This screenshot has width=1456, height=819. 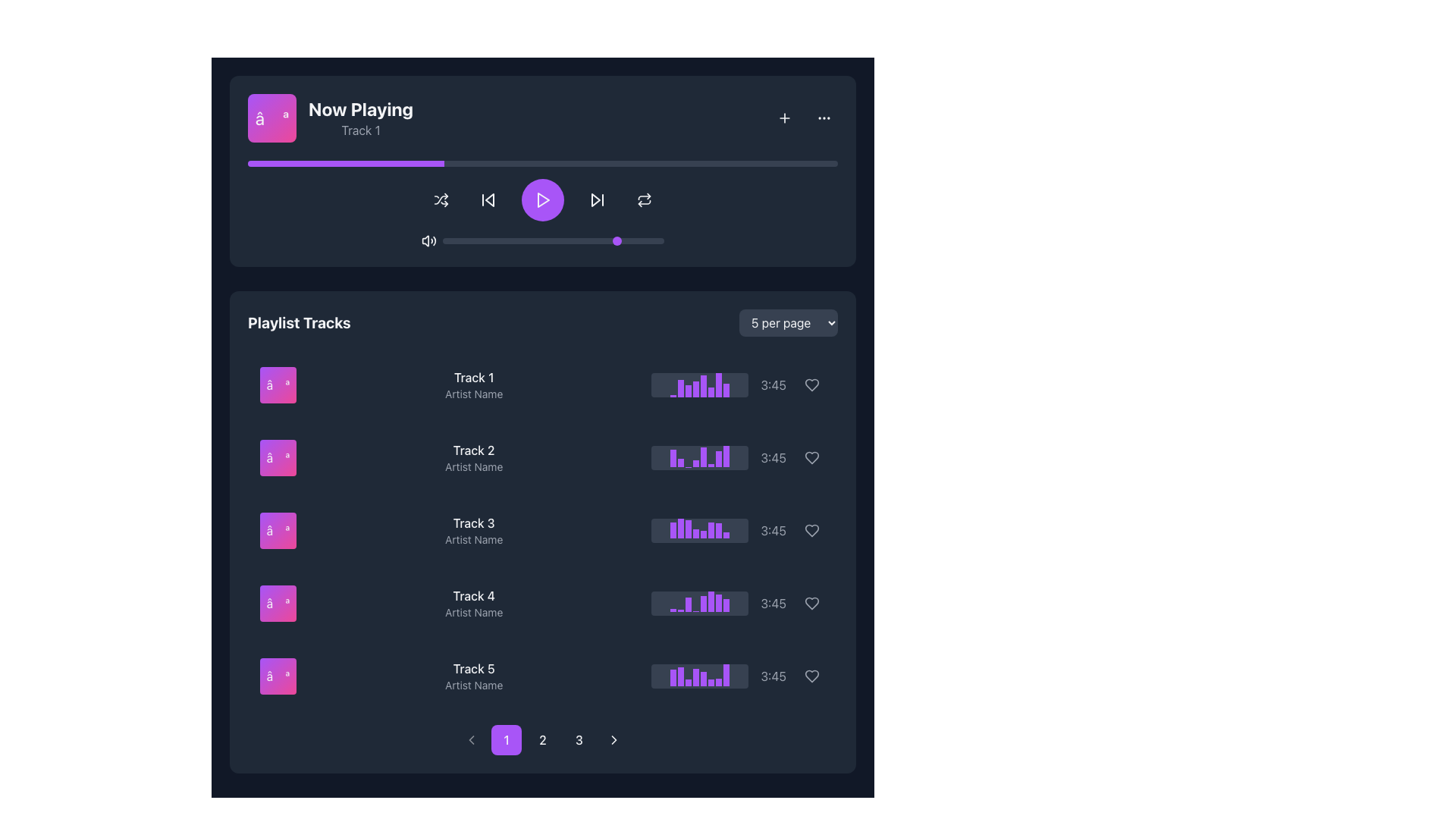 What do you see at coordinates (498, 240) in the screenshot?
I see `the slider` at bounding box center [498, 240].